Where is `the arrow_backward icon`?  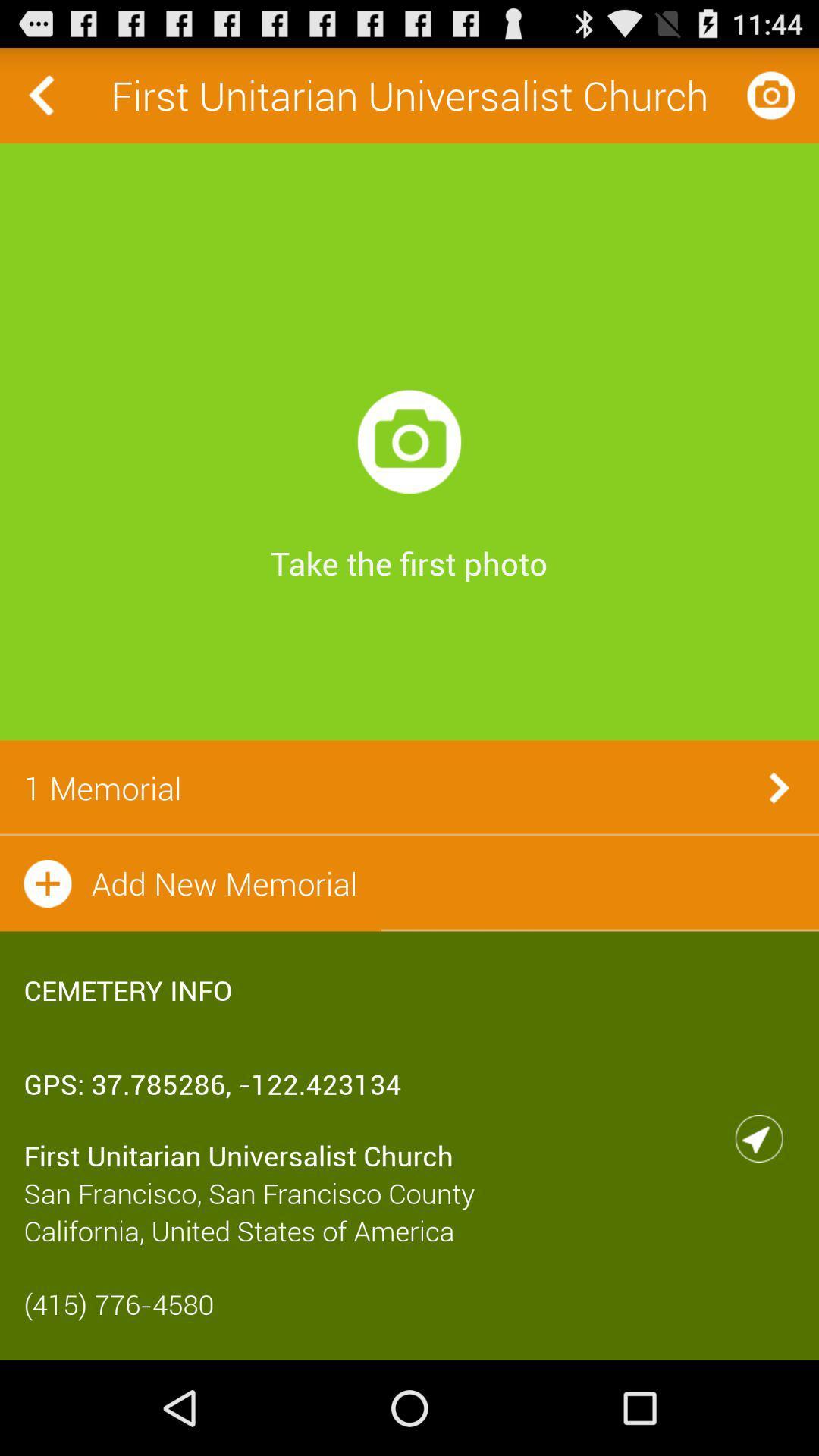
the arrow_backward icon is located at coordinates (46, 101).